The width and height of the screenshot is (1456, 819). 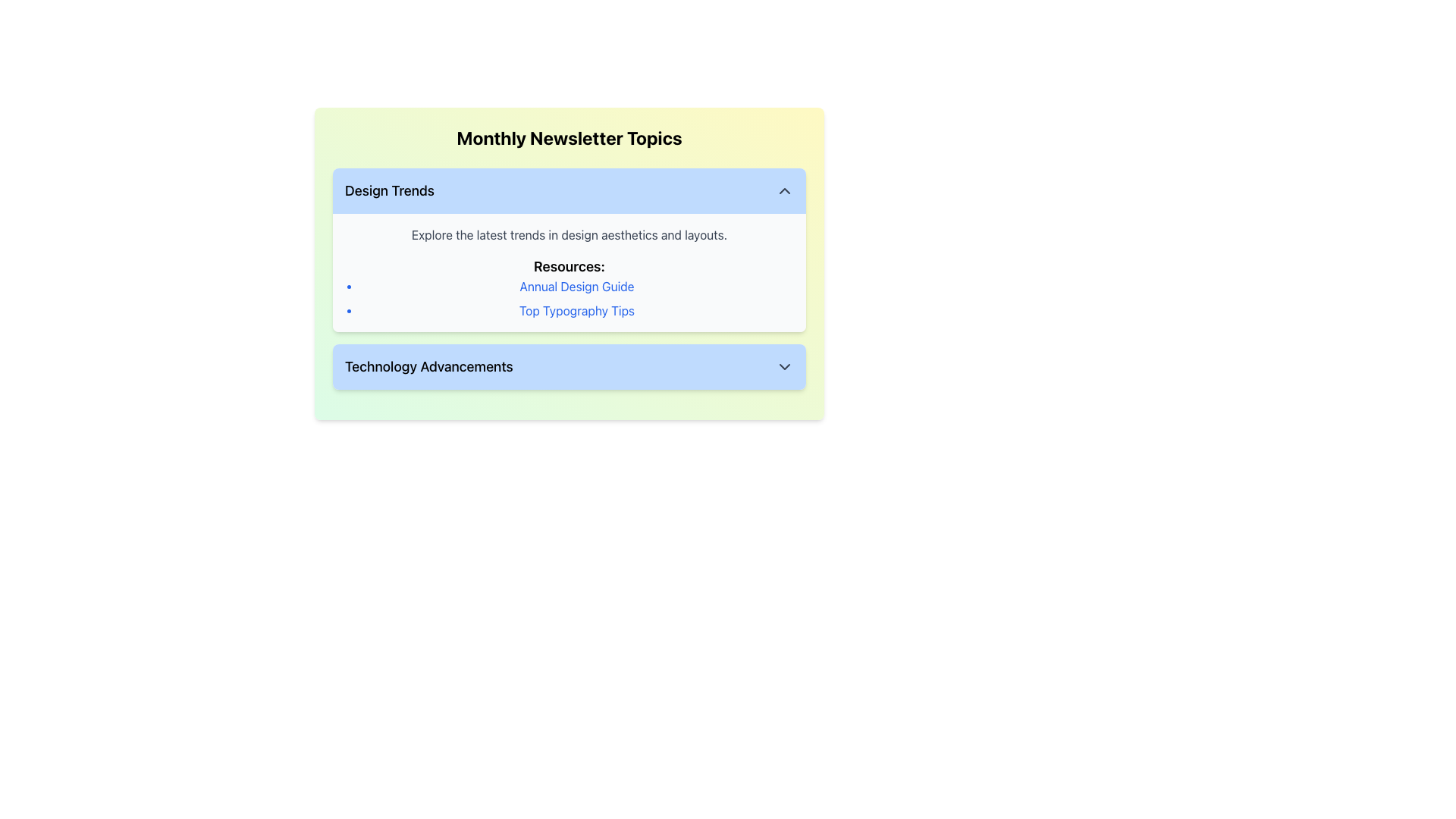 I want to click on the Indicator Icon at the far right end of the 'Technology Advancements' button, so click(x=785, y=366).